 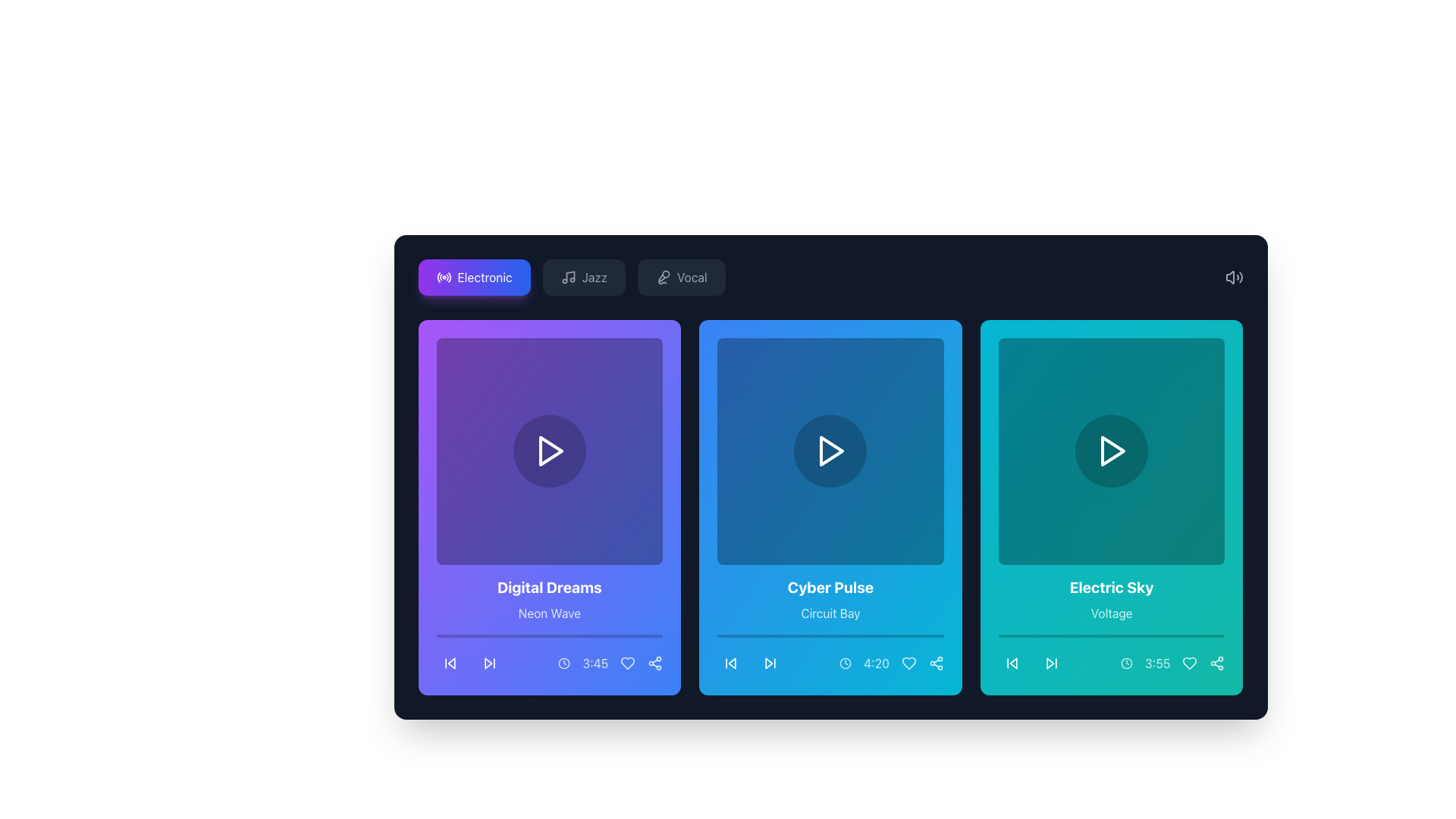 I want to click on the triangular 'skip back' button located in the bottom control toolbar of the first purple card, so click(x=449, y=662).